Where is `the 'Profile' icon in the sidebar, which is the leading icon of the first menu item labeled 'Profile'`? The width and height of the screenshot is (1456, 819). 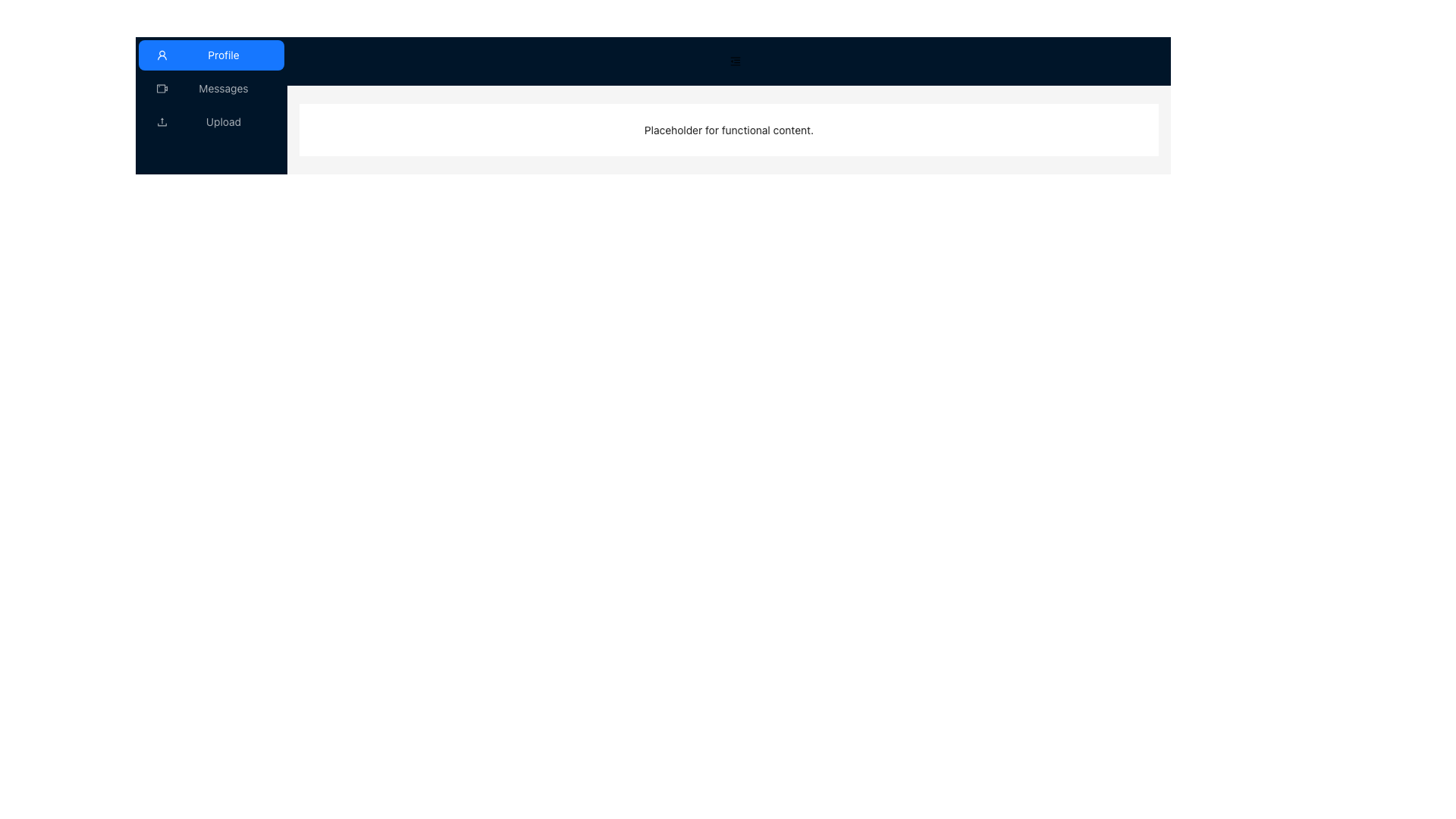 the 'Profile' icon in the sidebar, which is the leading icon of the first menu item labeled 'Profile' is located at coordinates (162, 55).